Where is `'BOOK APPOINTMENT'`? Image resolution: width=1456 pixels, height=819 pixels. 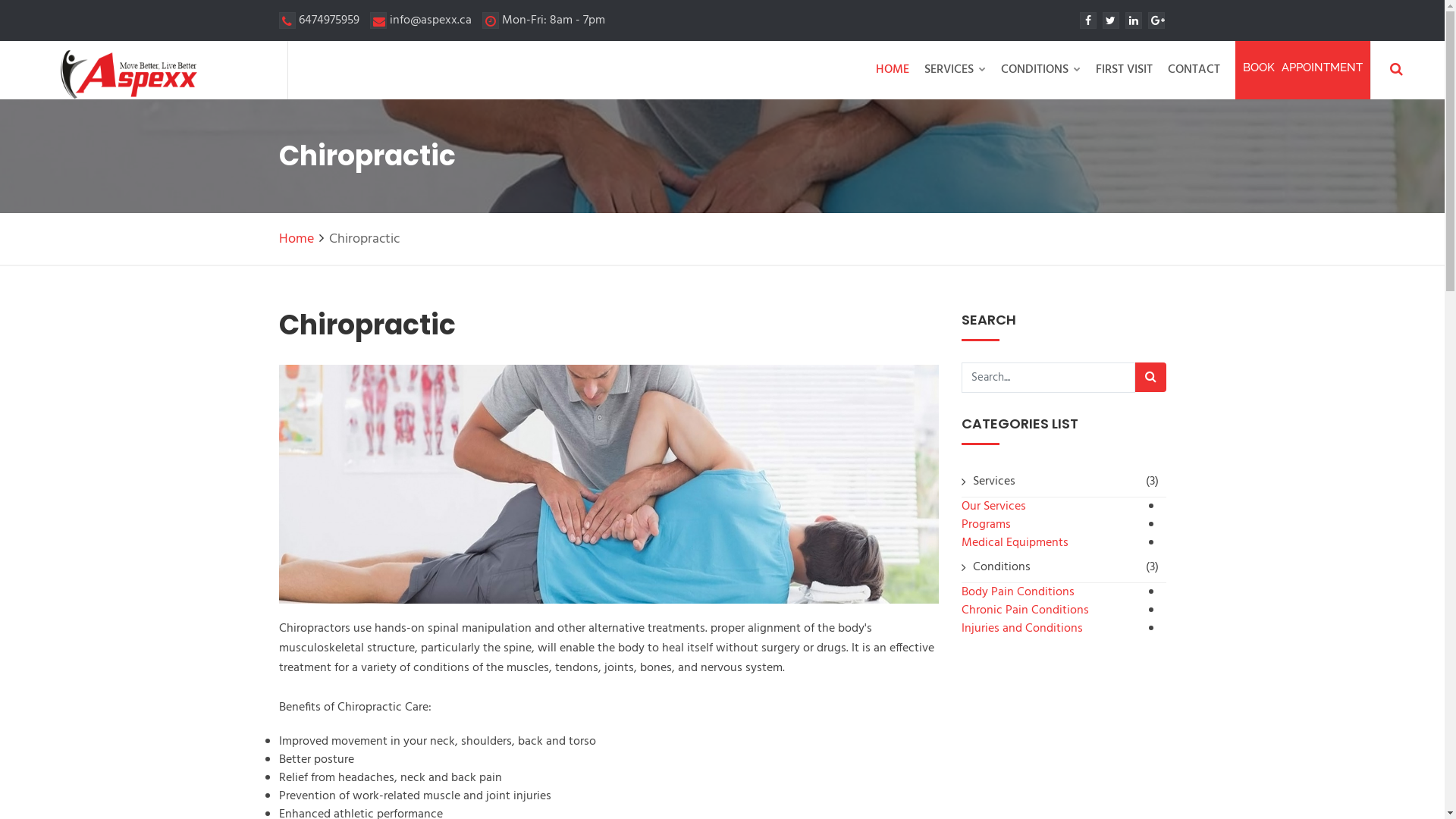
'BOOK APPOINTMENT' is located at coordinates (1235, 70).